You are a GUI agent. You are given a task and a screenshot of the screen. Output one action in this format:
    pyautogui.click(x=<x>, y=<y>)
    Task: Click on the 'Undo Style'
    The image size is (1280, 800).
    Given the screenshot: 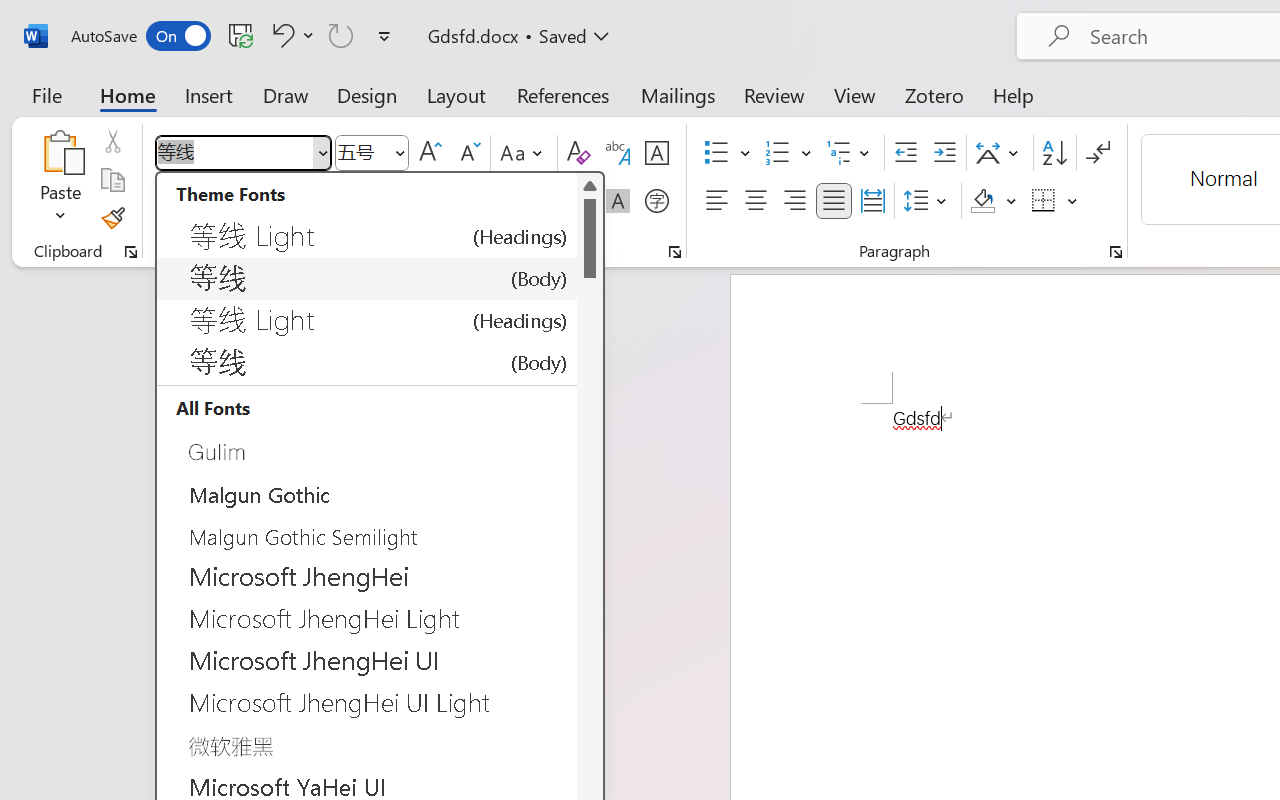 What is the action you would take?
    pyautogui.click(x=289, y=34)
    